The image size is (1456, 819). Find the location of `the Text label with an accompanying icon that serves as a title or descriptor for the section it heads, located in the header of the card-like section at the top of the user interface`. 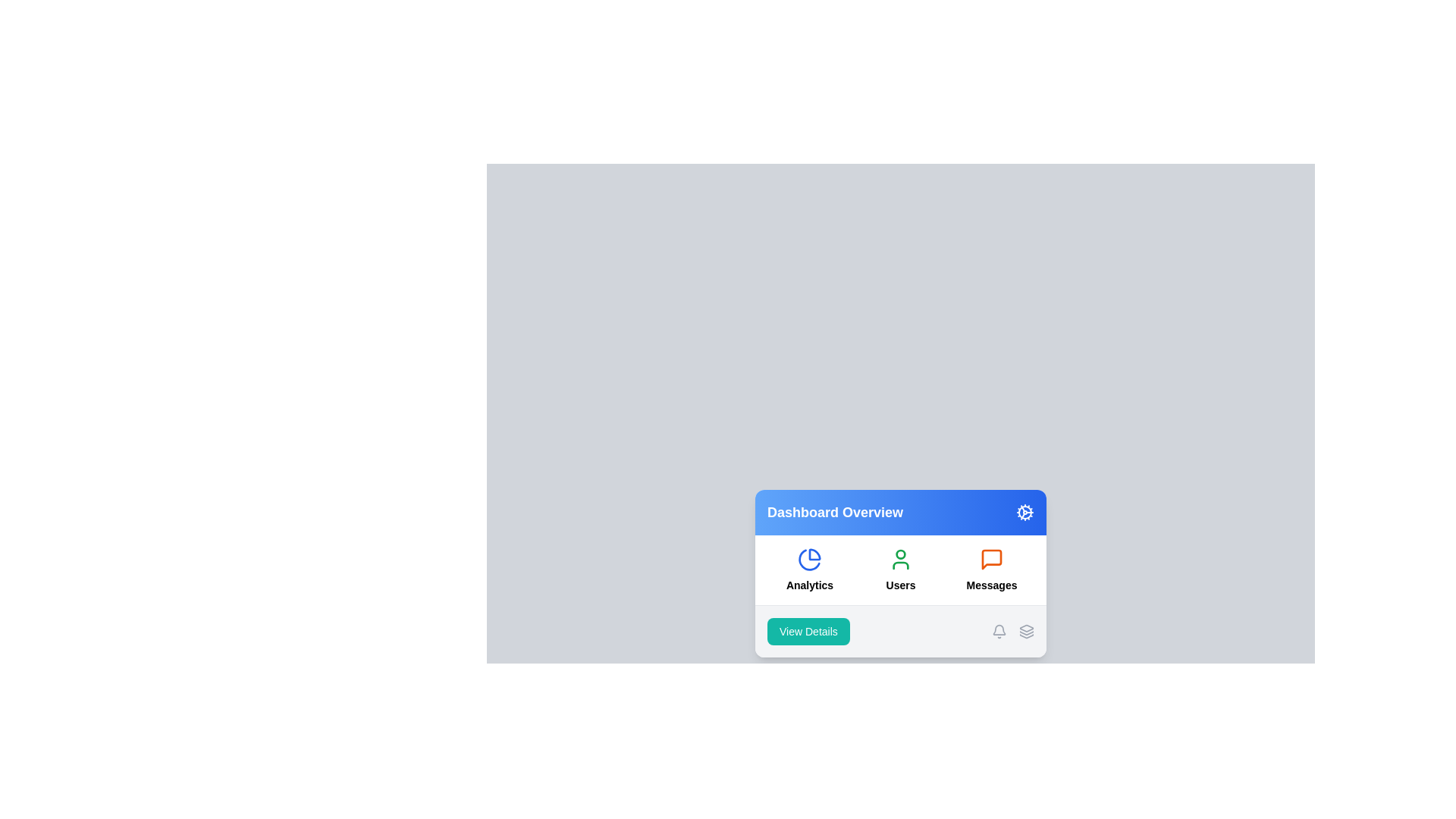

the Text label with an accompanying icon that serves as a title or descriptor for the section it heads, located in the header of the card-like section at the top of the user interface is located at coordinates (901, 512).